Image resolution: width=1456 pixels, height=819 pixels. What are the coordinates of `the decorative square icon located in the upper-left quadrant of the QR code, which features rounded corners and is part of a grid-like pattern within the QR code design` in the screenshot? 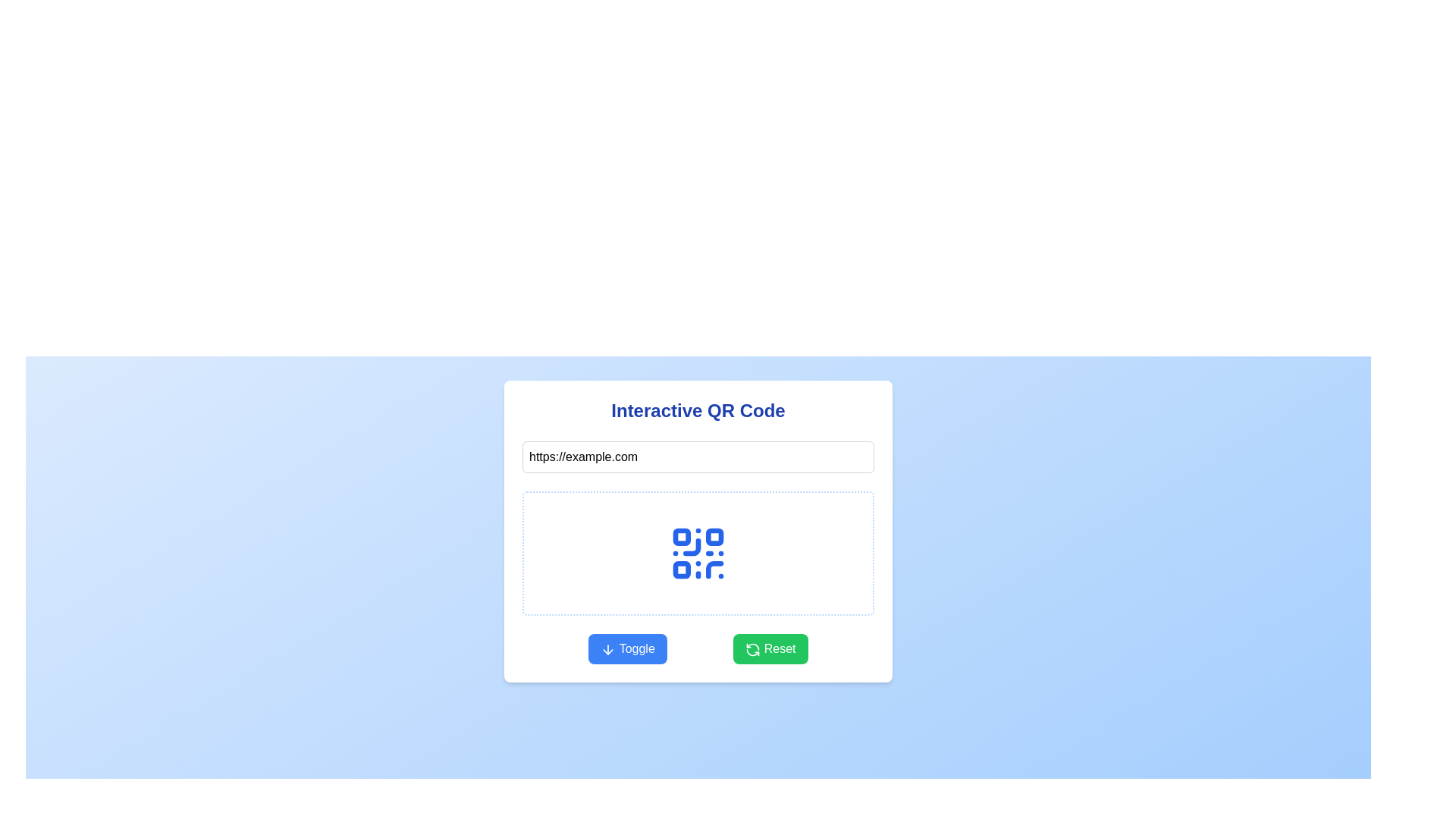 It's located at (681, 536).